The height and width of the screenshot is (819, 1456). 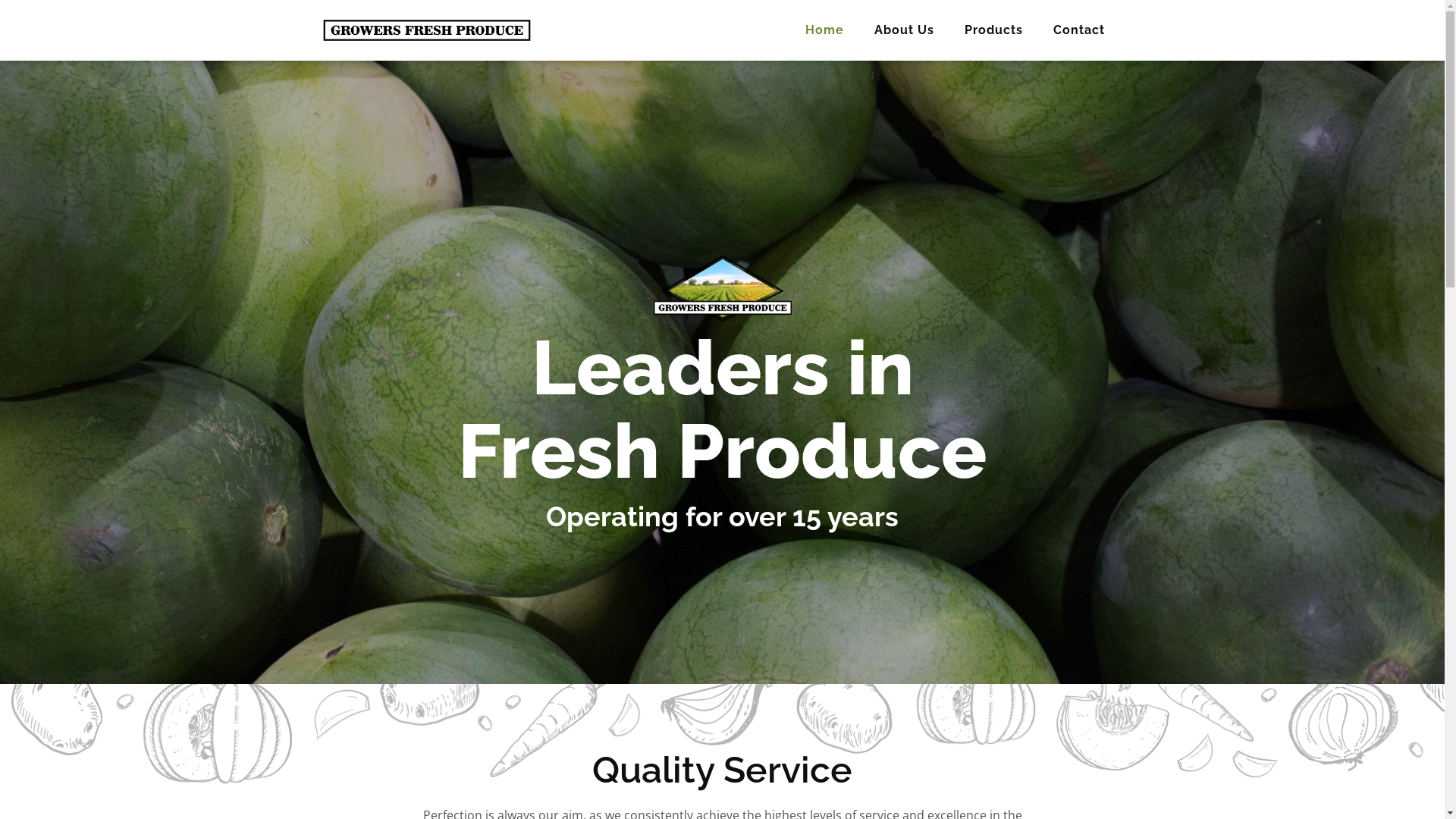 What do you see at coordinates (993, 30) in the screenshot?
I see `'Products'` at bounding box center [993, 30].